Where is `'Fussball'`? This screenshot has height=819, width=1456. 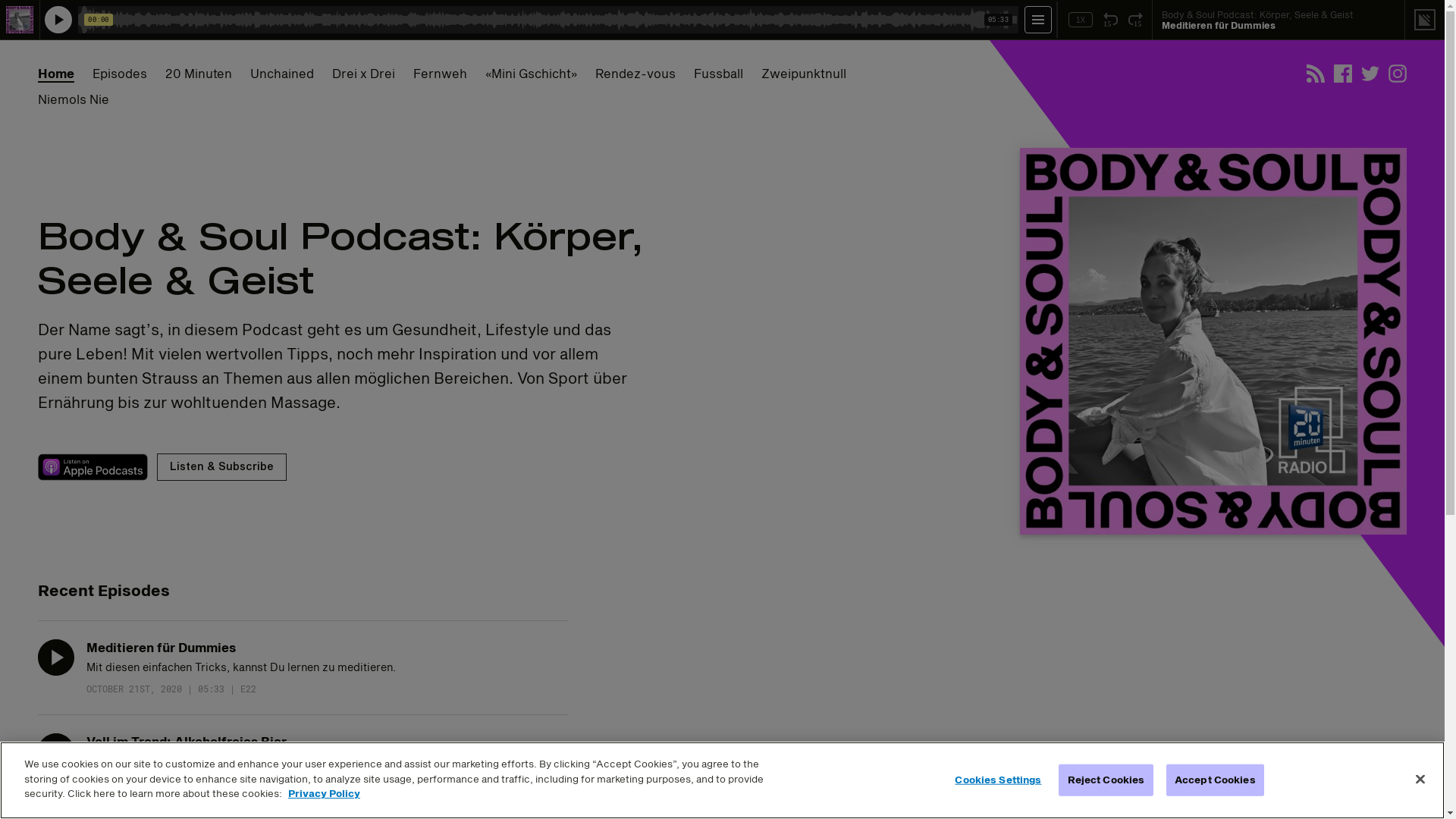 'Fussball' is located at coordinates (717, 73).